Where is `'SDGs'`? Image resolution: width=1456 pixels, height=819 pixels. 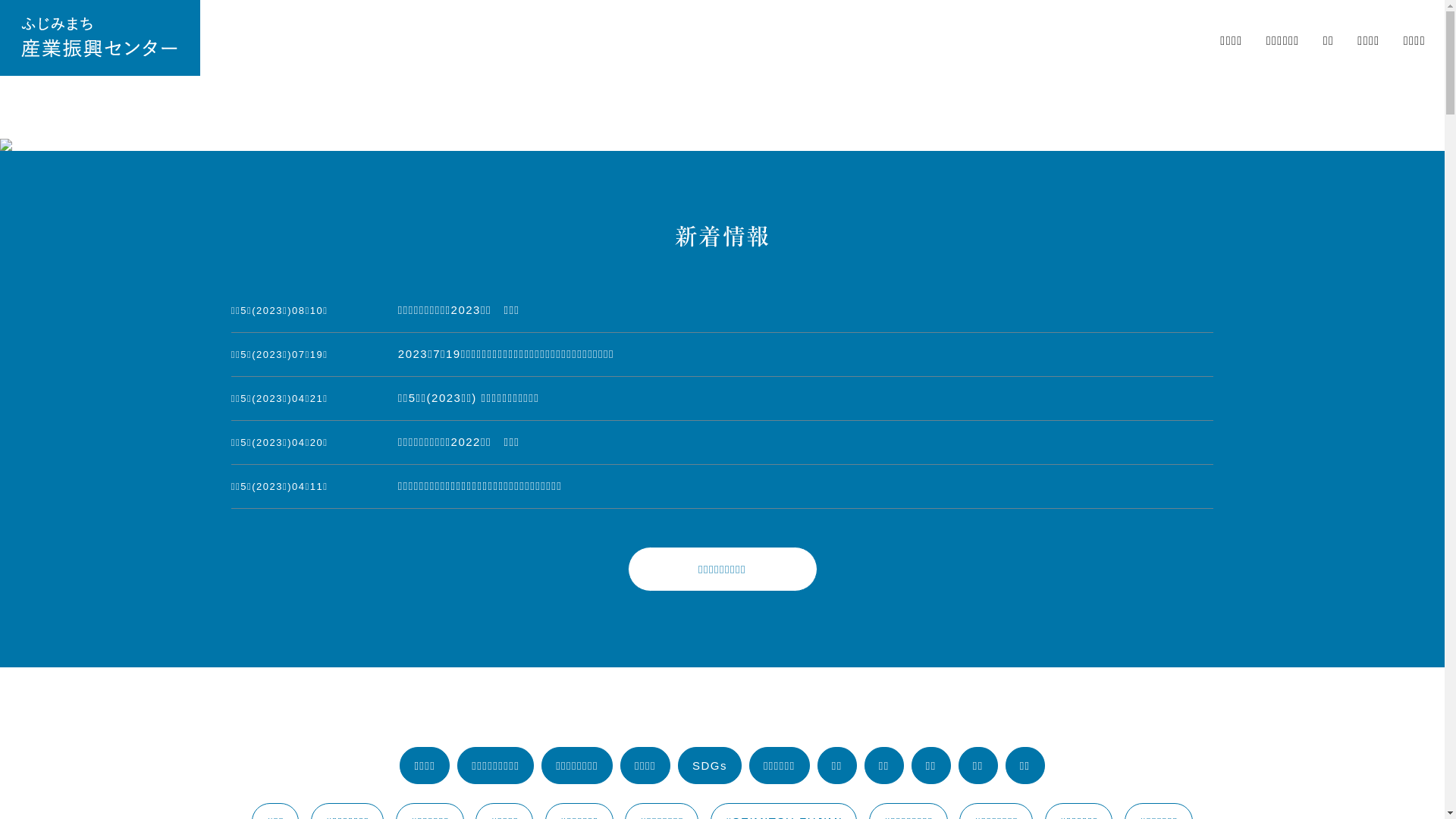
'SDGs' is located at coordinates (676, 765).